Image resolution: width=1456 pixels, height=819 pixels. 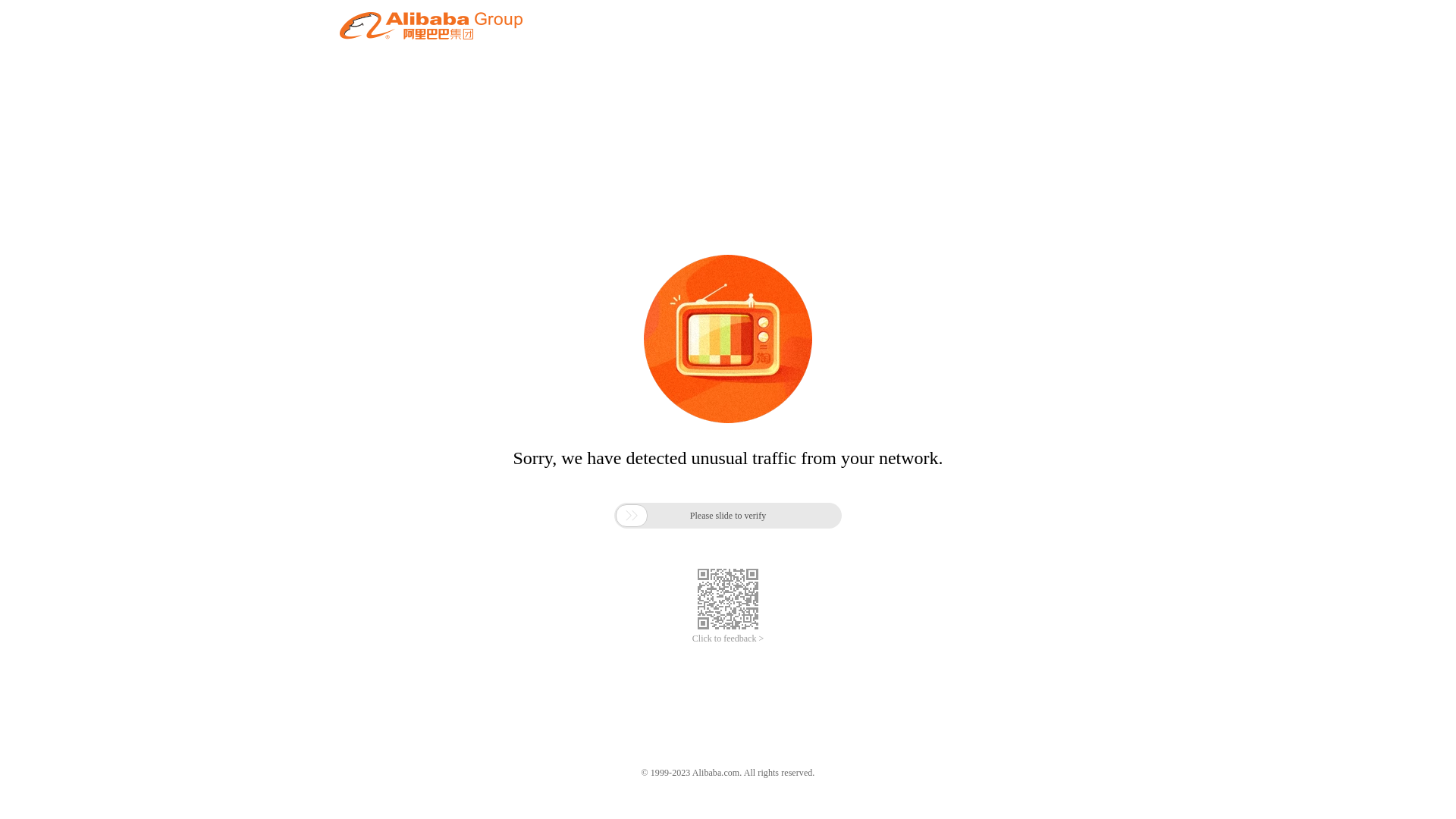 I want to click on 'Click to feedback >', so click(x=728, y=639).